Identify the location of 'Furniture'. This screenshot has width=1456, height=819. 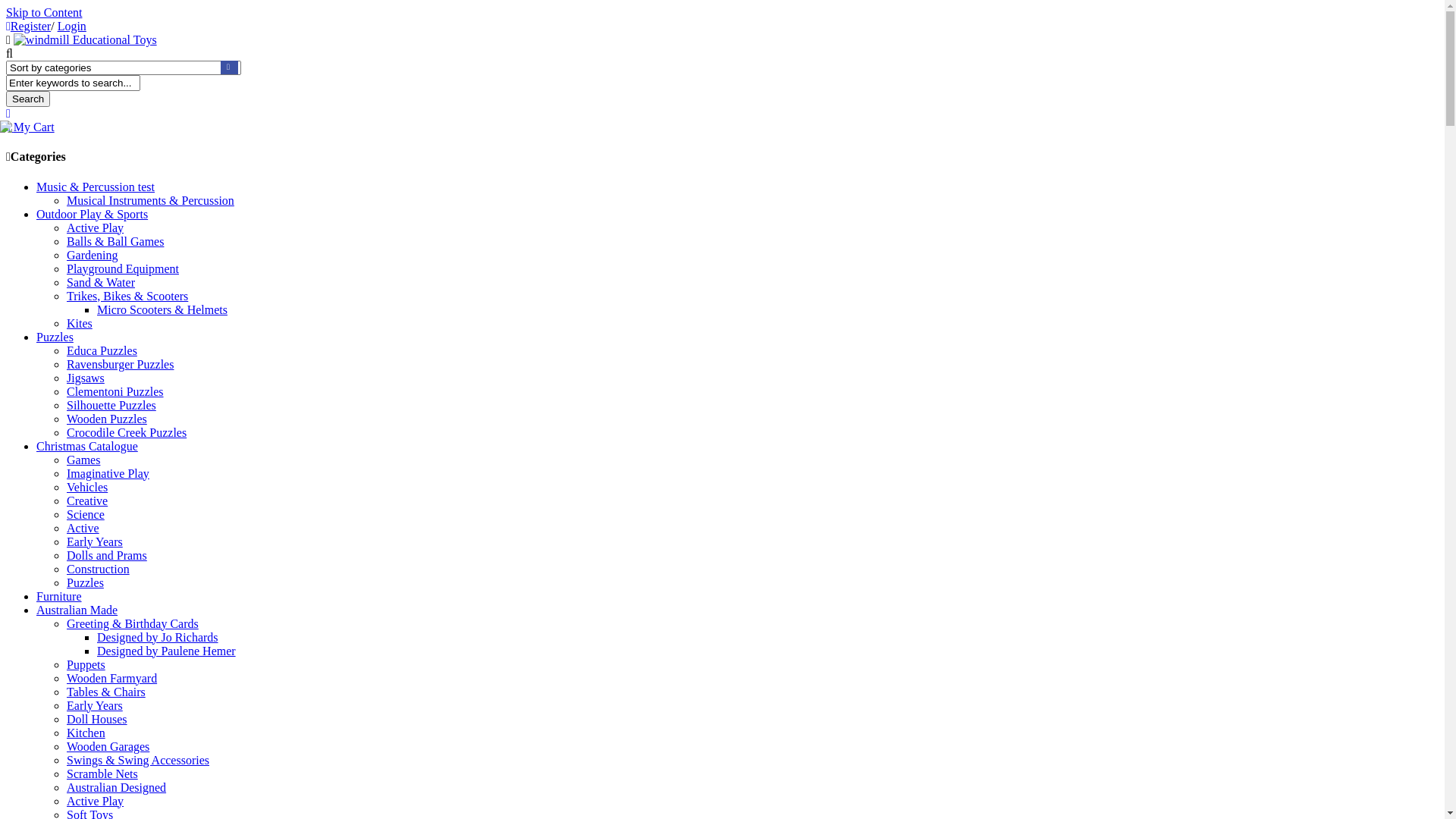
(58, 595).